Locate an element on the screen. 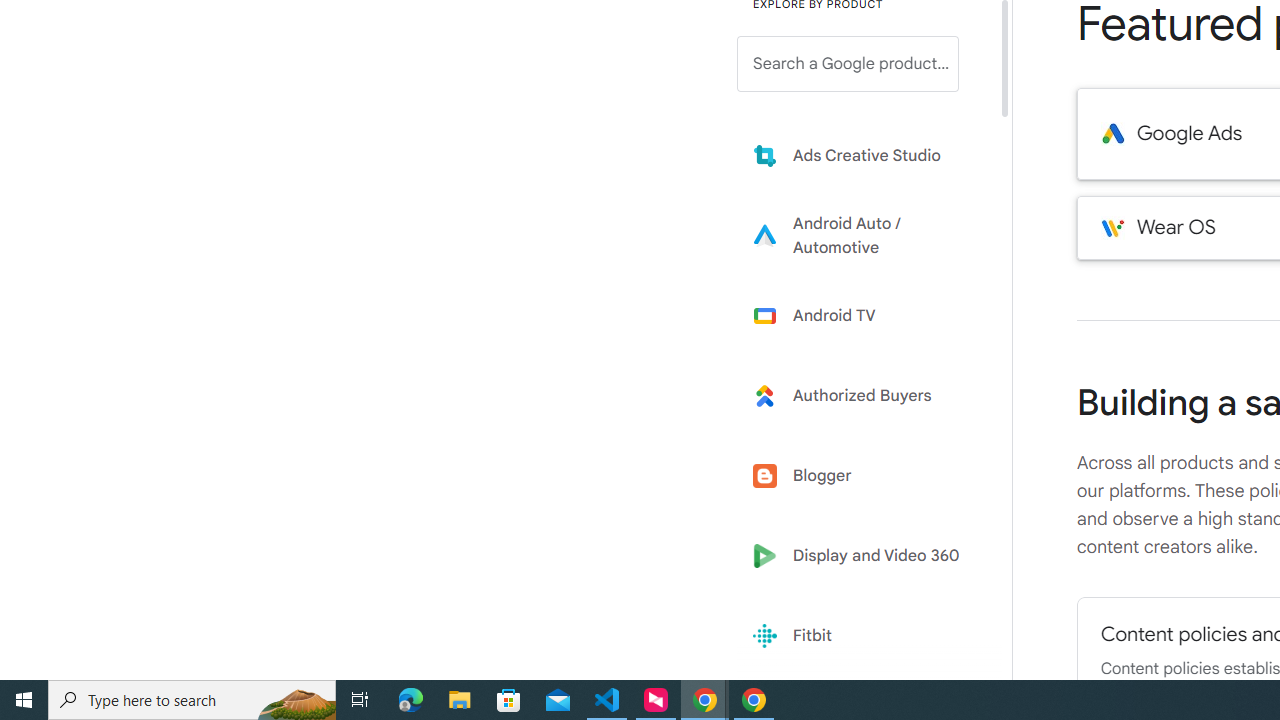 This screenshot has height=720, width=1280. 'Learn more about Authorized Buyers' is located at coordinates (862, 396).